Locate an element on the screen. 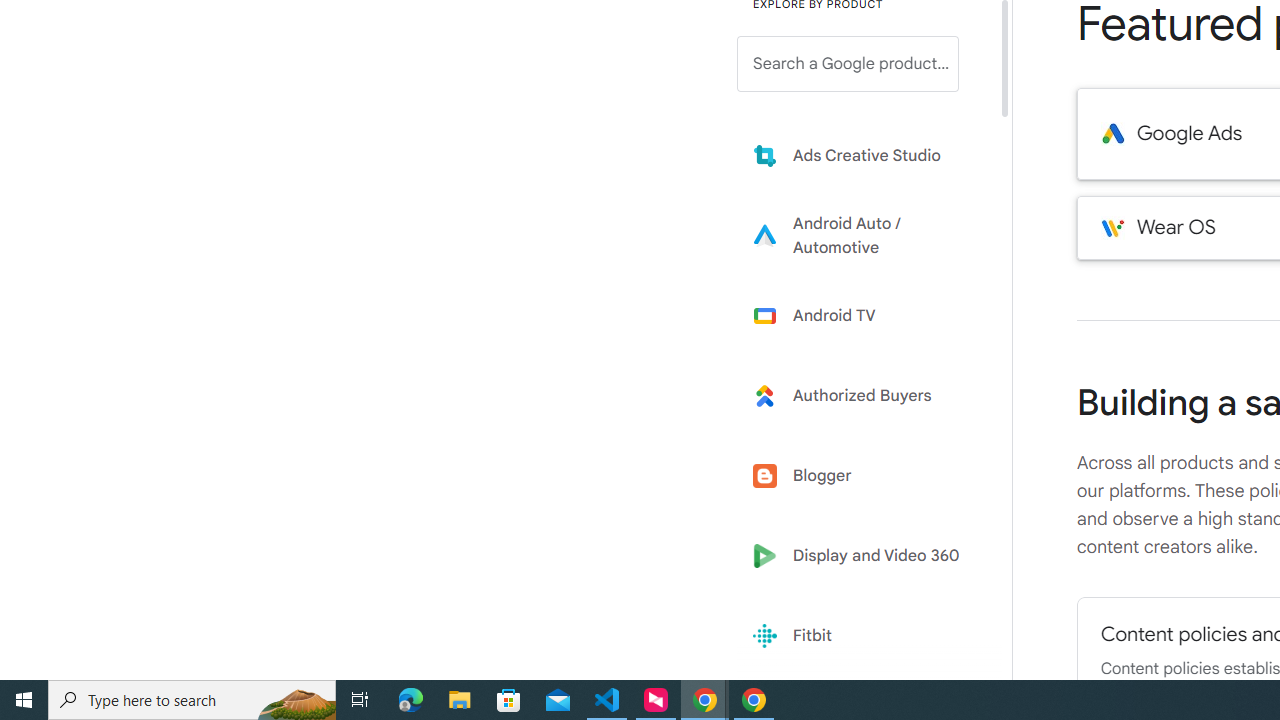 This screenshot has height=720, width=1280. 'Learn more about Authorized Buyers' is located at coordinates (862, 396).